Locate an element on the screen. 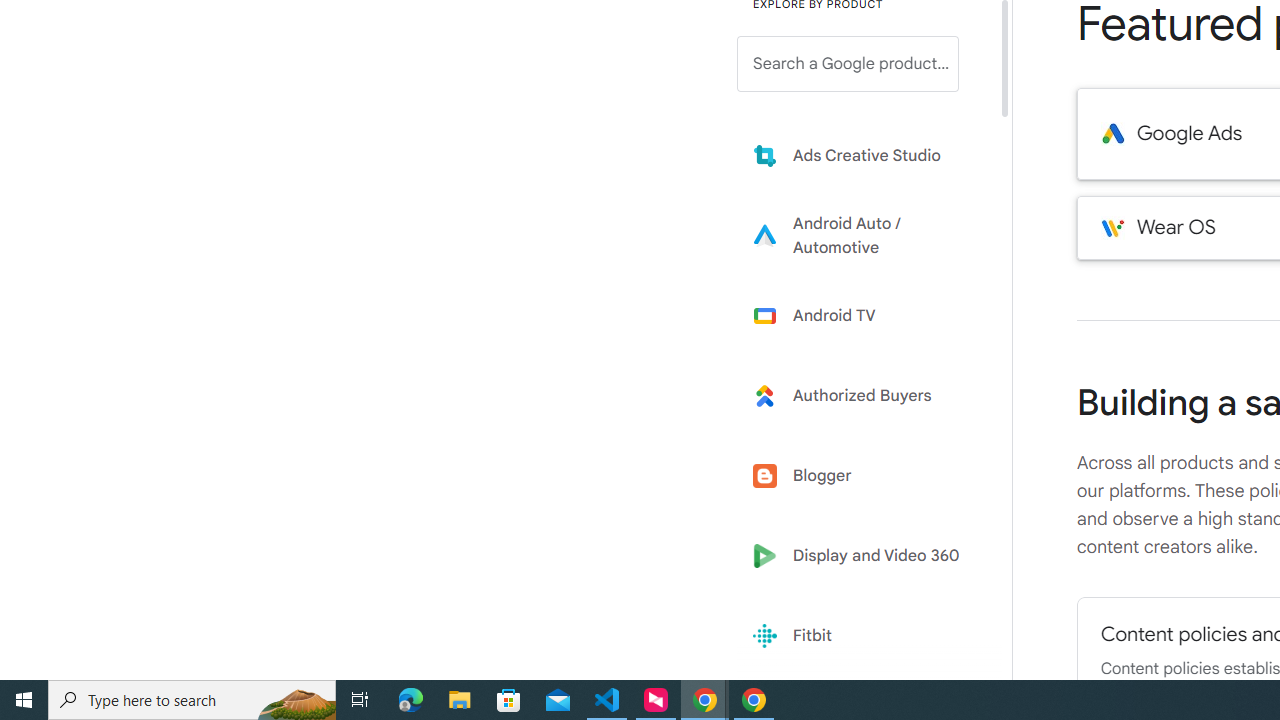 This screenshot has height=720, width=1280. 'Learn more about Authorized Buyers' is located at coordinates (862, 396).